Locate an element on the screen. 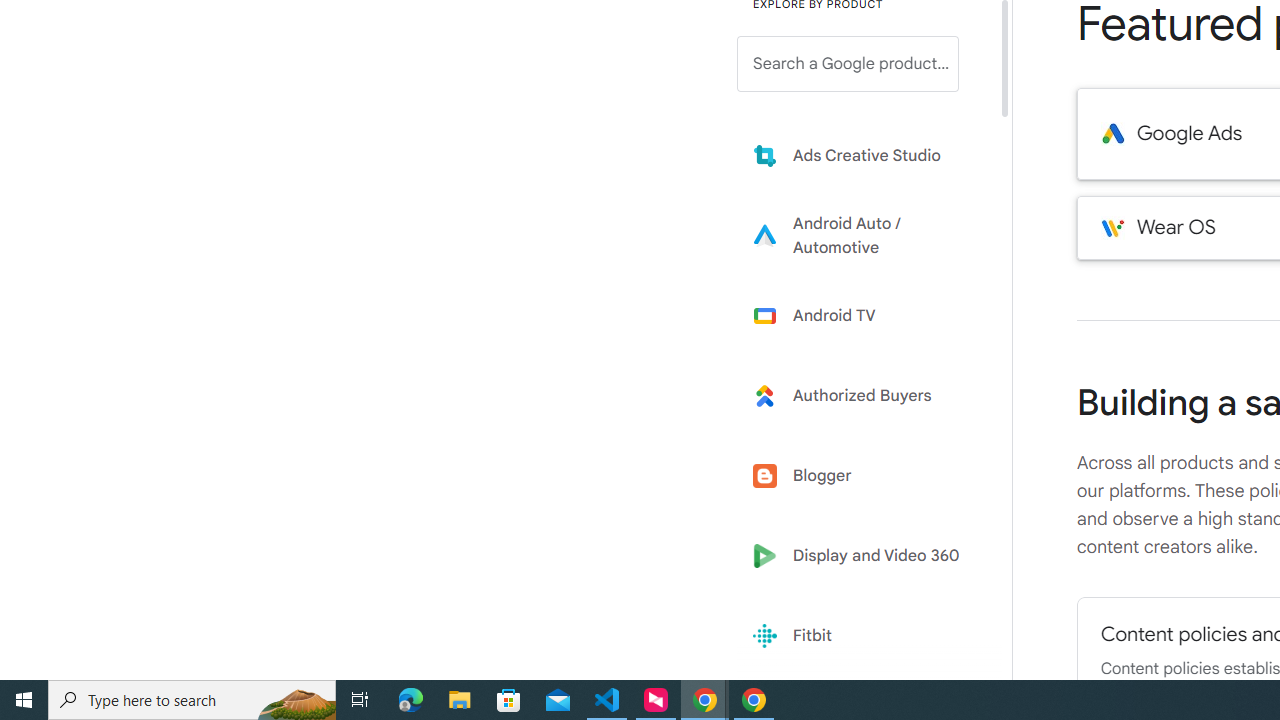 This screenshot has height=720, width=1280. 'Learn more about Authorized Buyers' is located at coordinates (862, 396).